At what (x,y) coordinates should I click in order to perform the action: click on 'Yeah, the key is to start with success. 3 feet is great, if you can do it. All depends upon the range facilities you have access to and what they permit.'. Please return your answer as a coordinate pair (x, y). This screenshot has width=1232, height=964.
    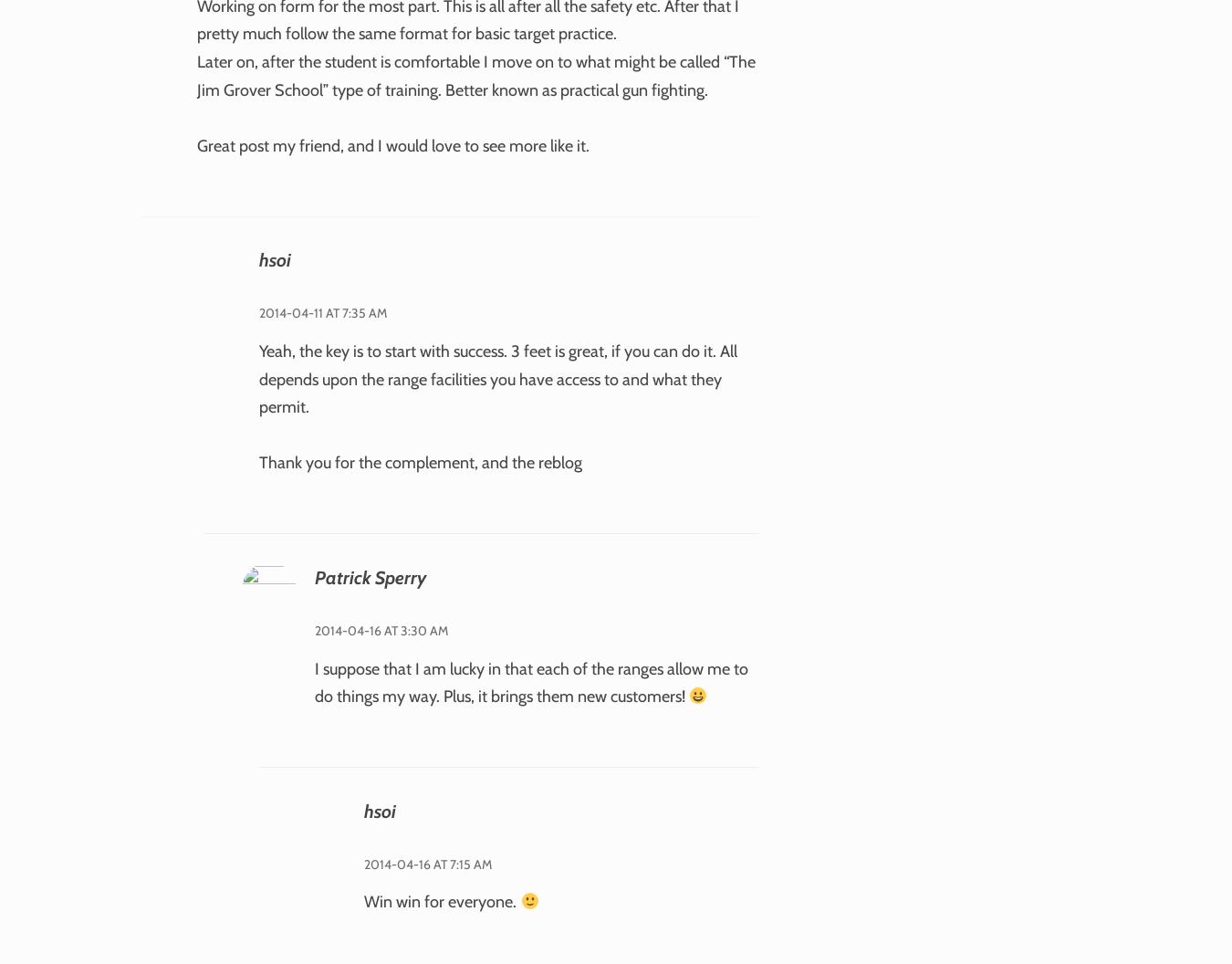
    Looking at the image, I should click on (256, 379).